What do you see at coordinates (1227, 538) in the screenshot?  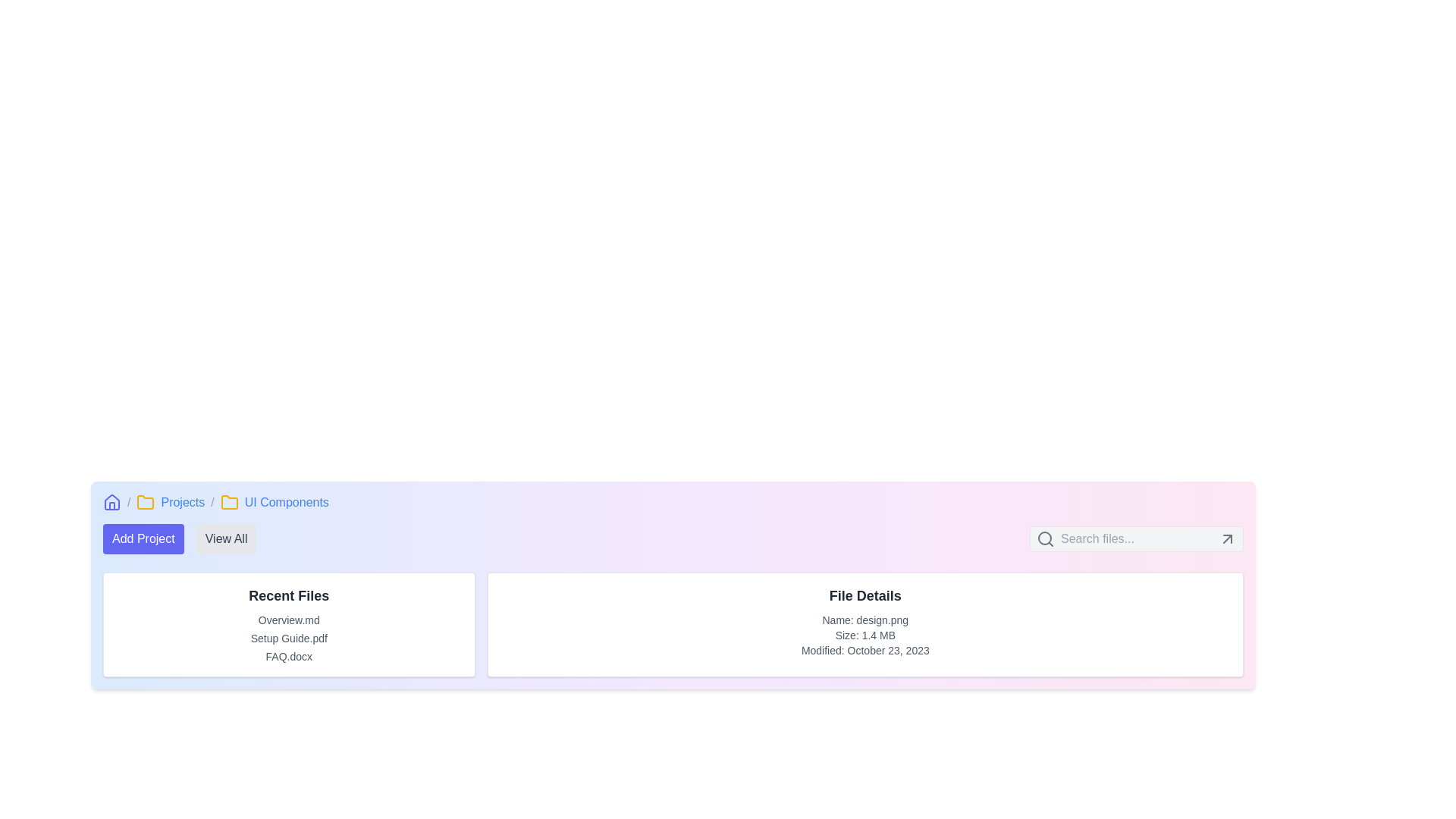 I see `the shortcut or link icon located at the far right of the search bar in the top-right corner` at bounding box center [1227, 538].